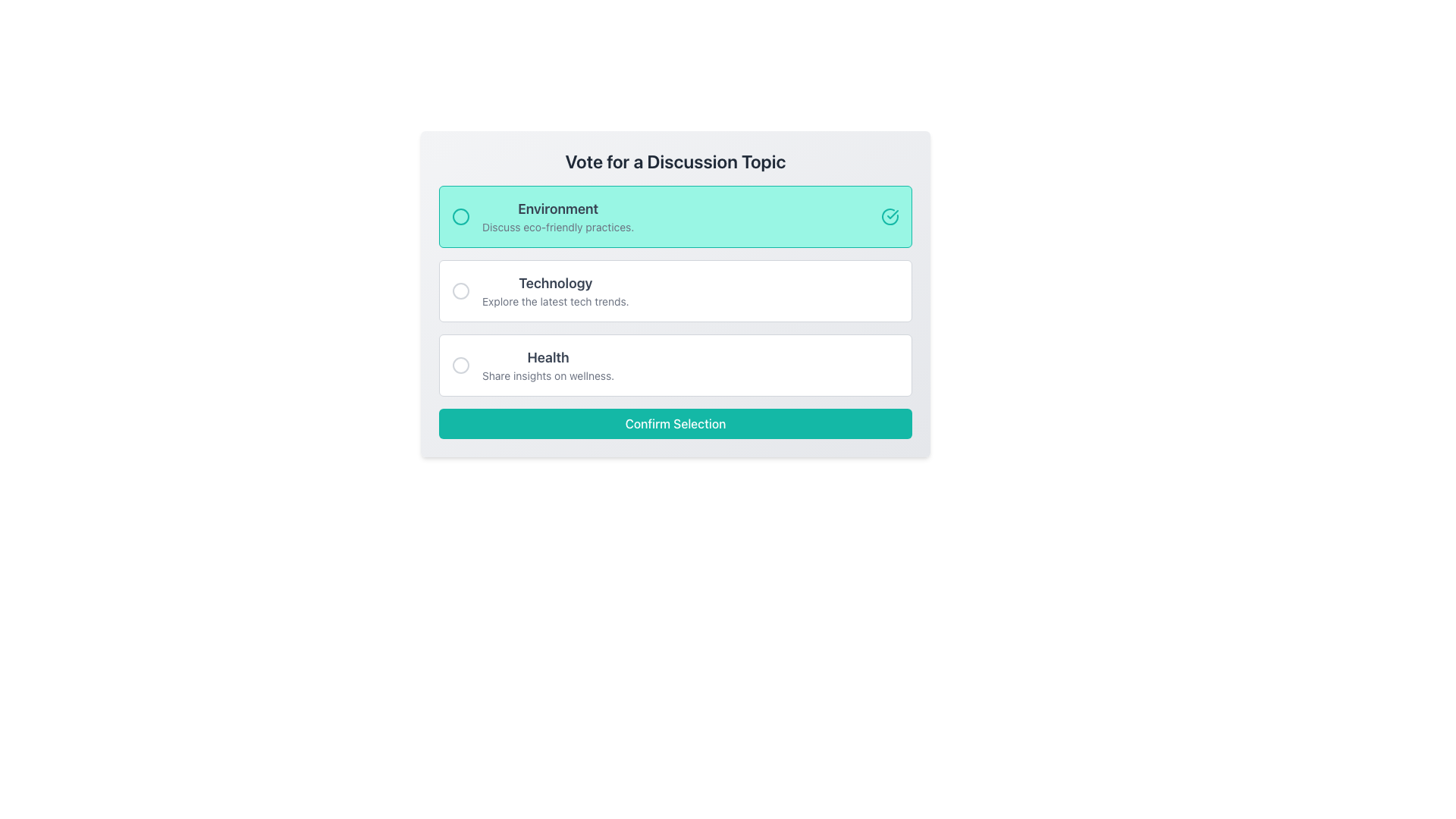 The width and height of the screenshot is (1456, 819). What do you see at coordinates (890, 216) in the screenshot?
I see `the circular teal checkmark icon associated with the 'Environment' option` at bounding box center [890, 216].